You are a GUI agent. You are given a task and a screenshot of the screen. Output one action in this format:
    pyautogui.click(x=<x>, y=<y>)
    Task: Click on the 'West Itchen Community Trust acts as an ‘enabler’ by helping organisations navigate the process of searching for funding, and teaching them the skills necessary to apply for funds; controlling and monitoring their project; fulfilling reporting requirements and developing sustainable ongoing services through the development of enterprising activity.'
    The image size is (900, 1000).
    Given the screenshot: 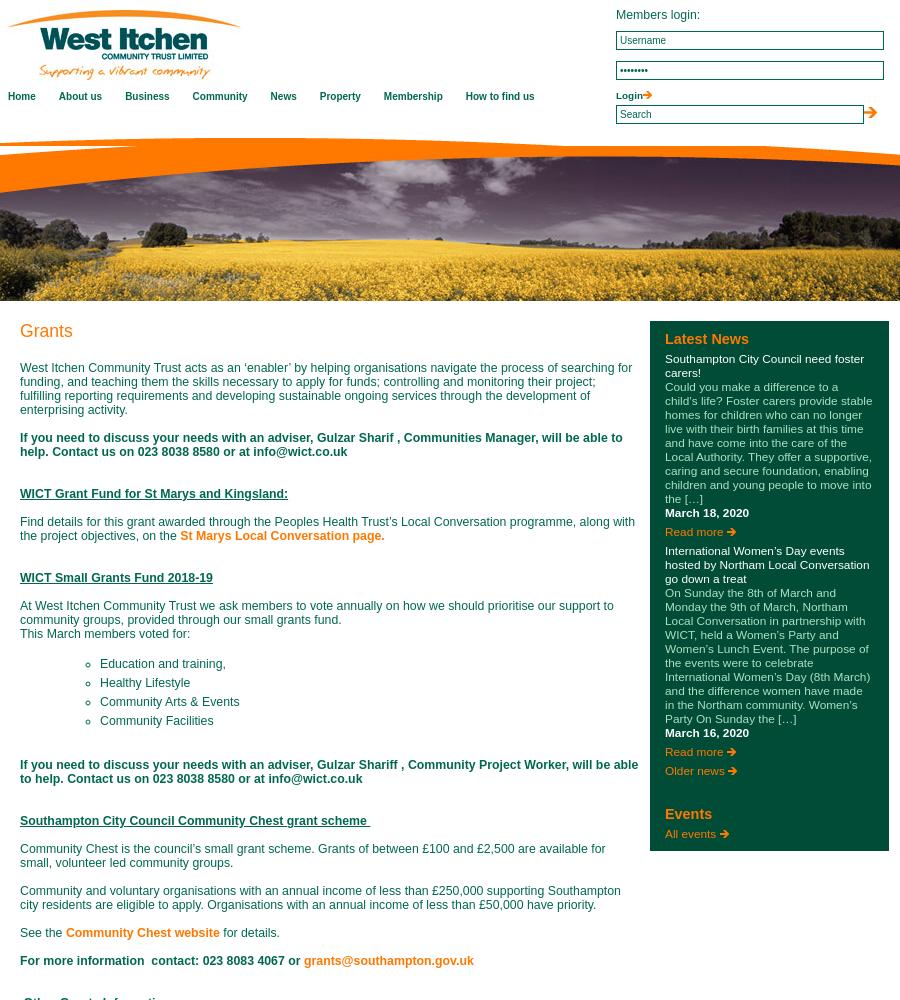 What is the action you would take?
    pyautogui.click(x=324, y=389)
    